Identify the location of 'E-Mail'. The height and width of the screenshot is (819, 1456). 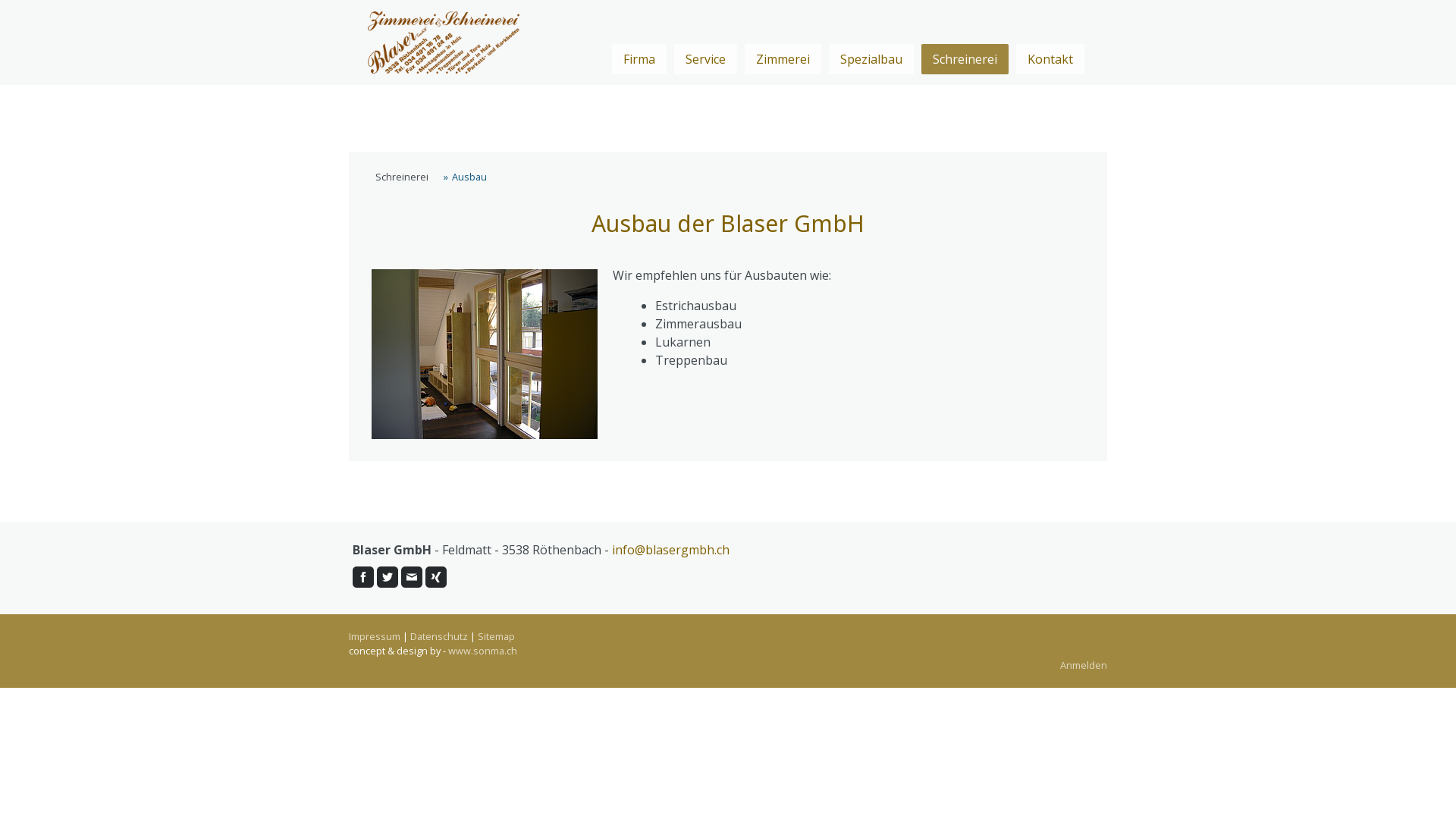
(400, 576).